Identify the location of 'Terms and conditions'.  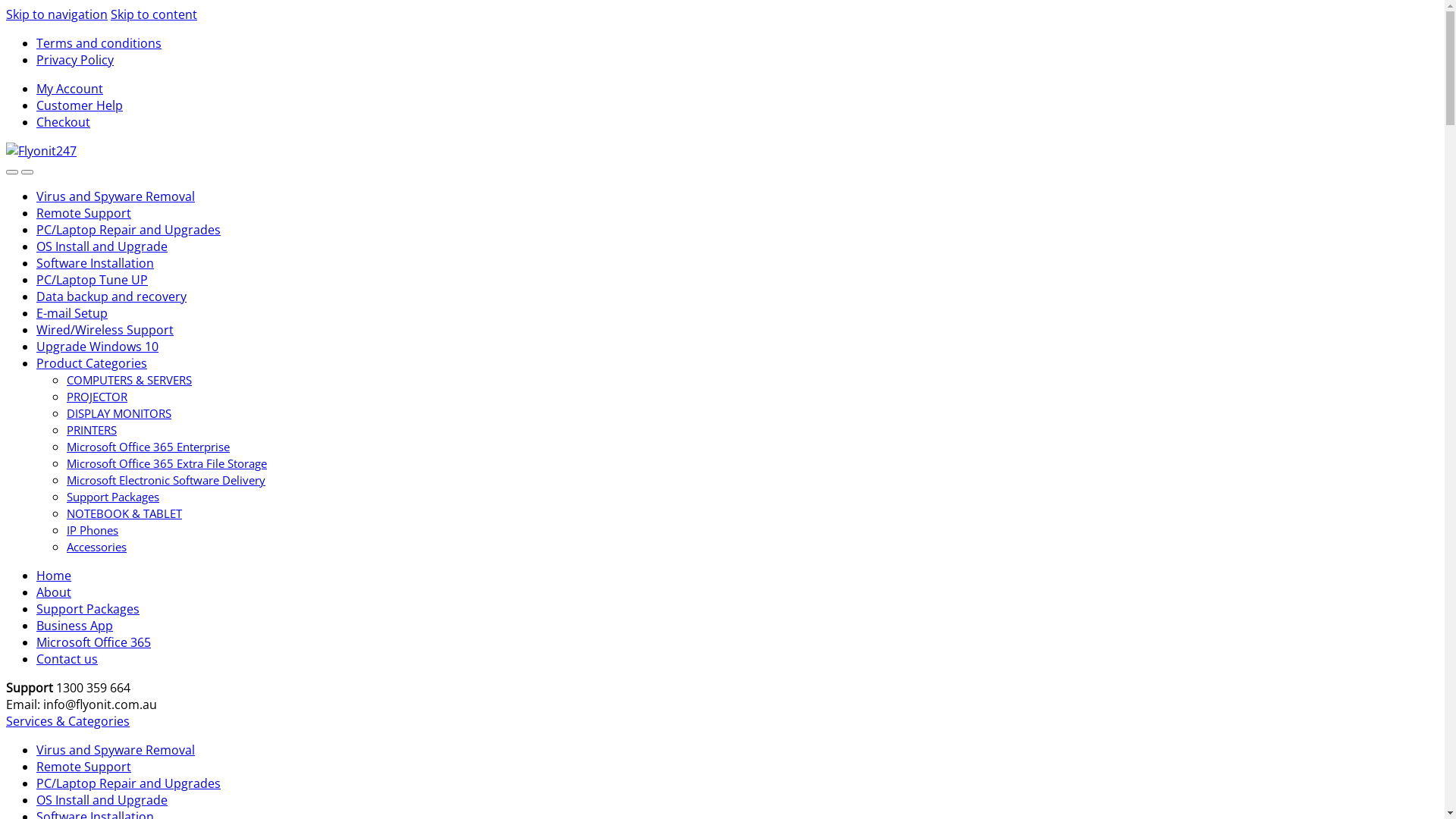
(98, 42).